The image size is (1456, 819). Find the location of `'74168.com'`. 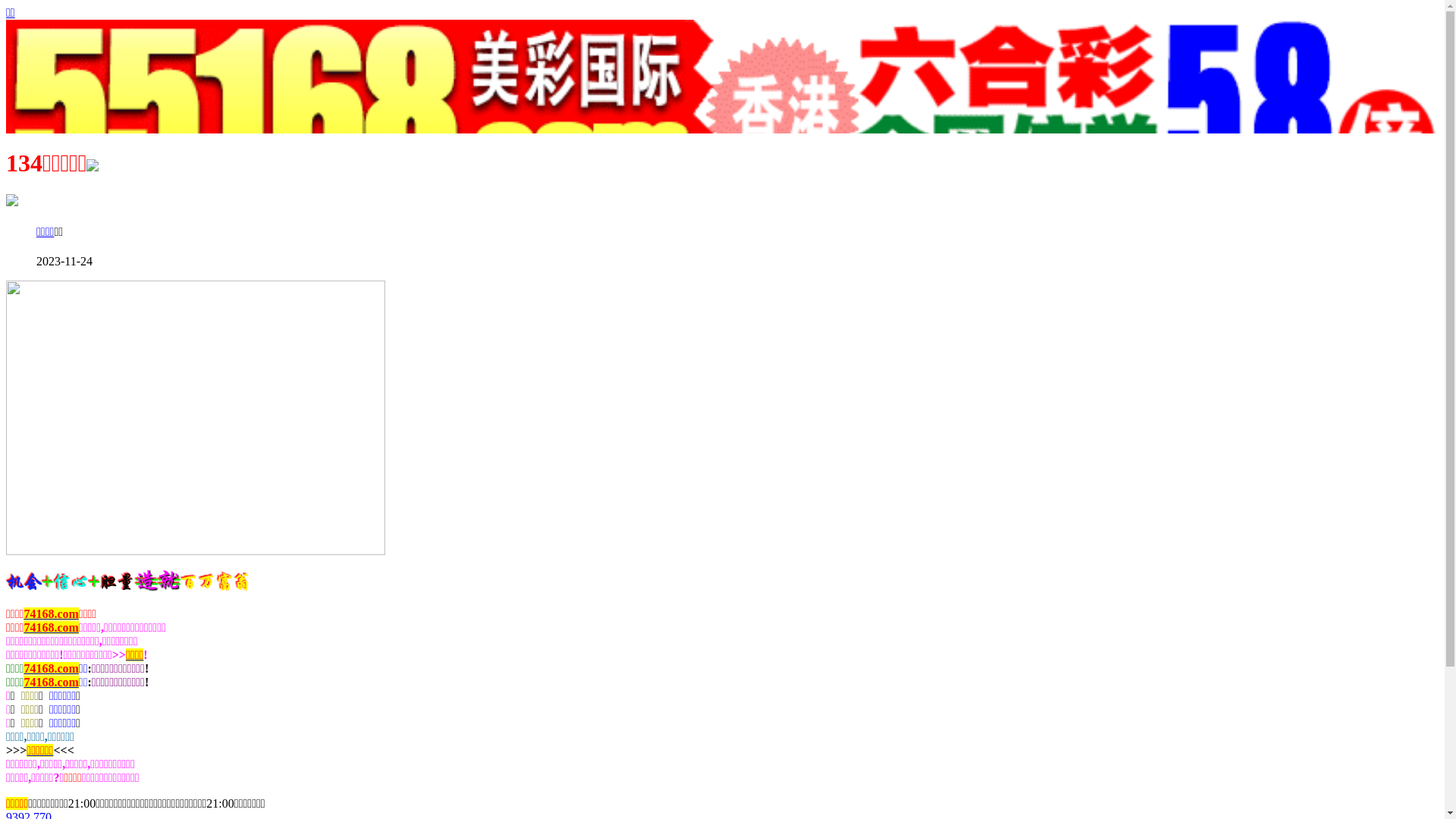

'74168.com' is located at coordinates (51, 613).